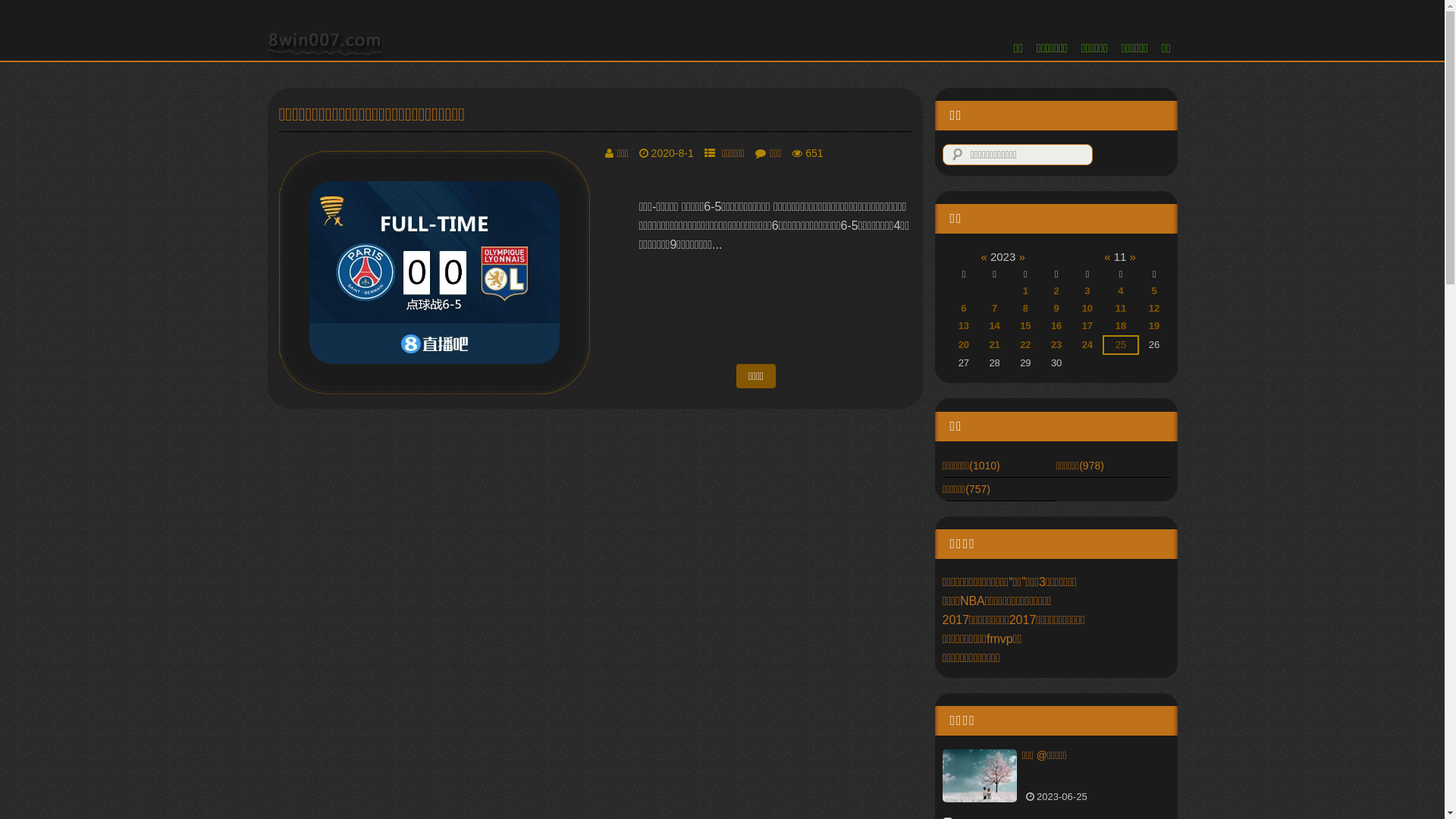 The width and height of the screenshot is (1456, 819). Describe the element at coordinates (1117, 290) in the screenshot. I see `'4'` at that location.